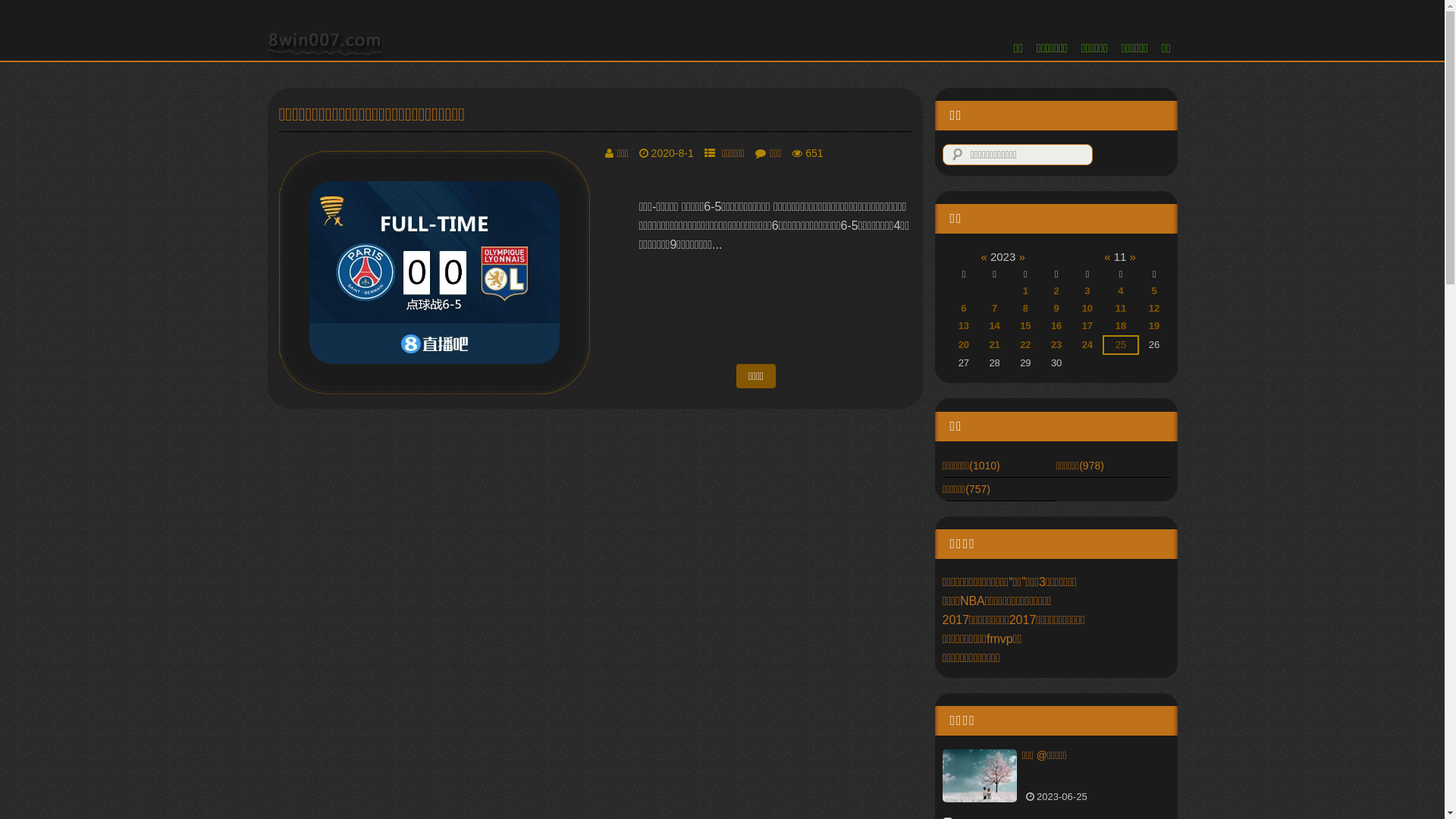 The width and height of the screenshot is (1456, 819). Describe the element at coordinates (1117, 290) in the screenshot. I see `'4'` at that location.